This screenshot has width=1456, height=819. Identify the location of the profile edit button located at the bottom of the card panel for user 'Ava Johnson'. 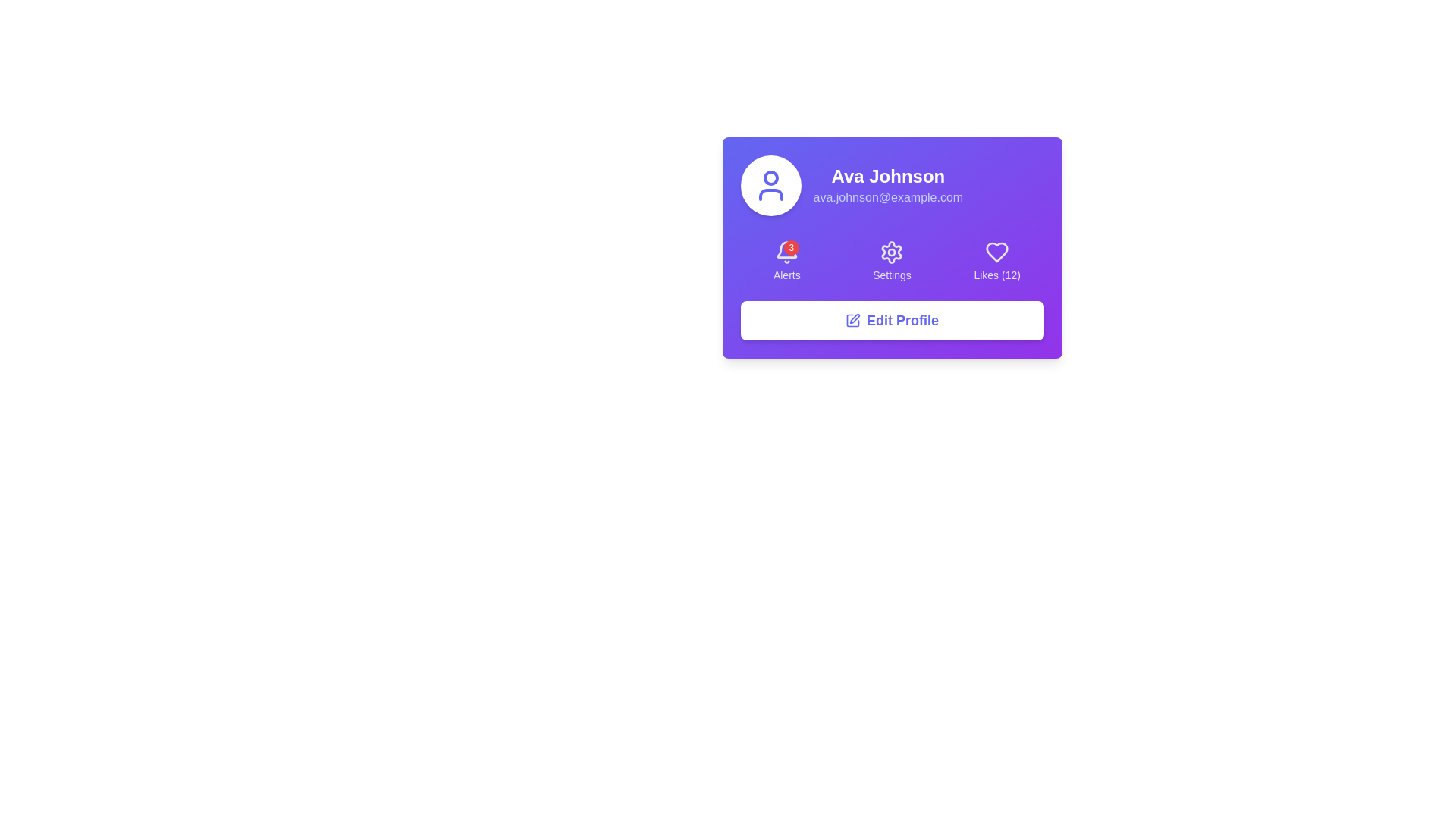
(892, 320).